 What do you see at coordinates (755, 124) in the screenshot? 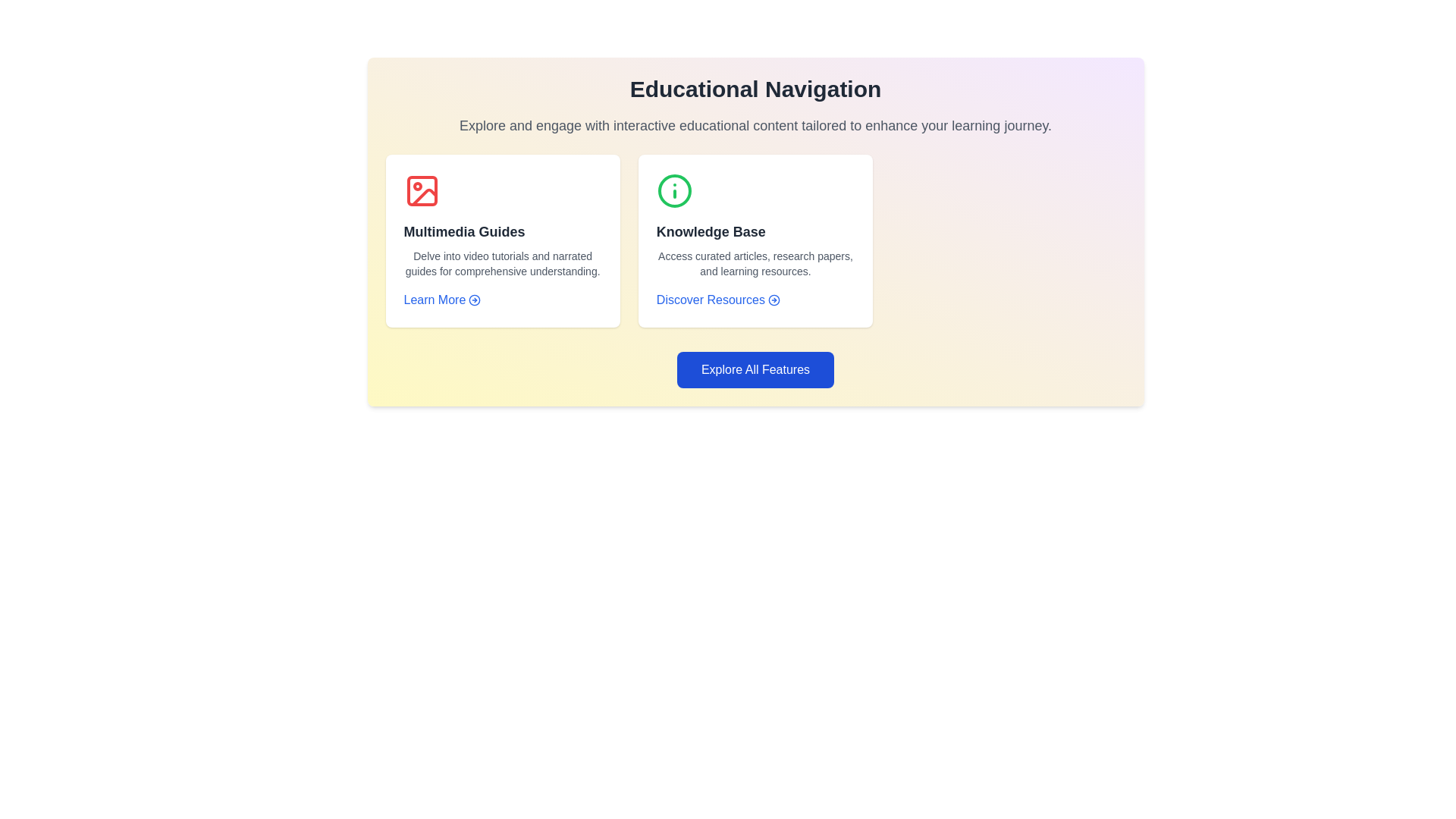
I see `text content of the paragraph located beneath the title 'Educational Navigation', which provides a brief description about the features or content in the section` at bounding box center [755, 124].